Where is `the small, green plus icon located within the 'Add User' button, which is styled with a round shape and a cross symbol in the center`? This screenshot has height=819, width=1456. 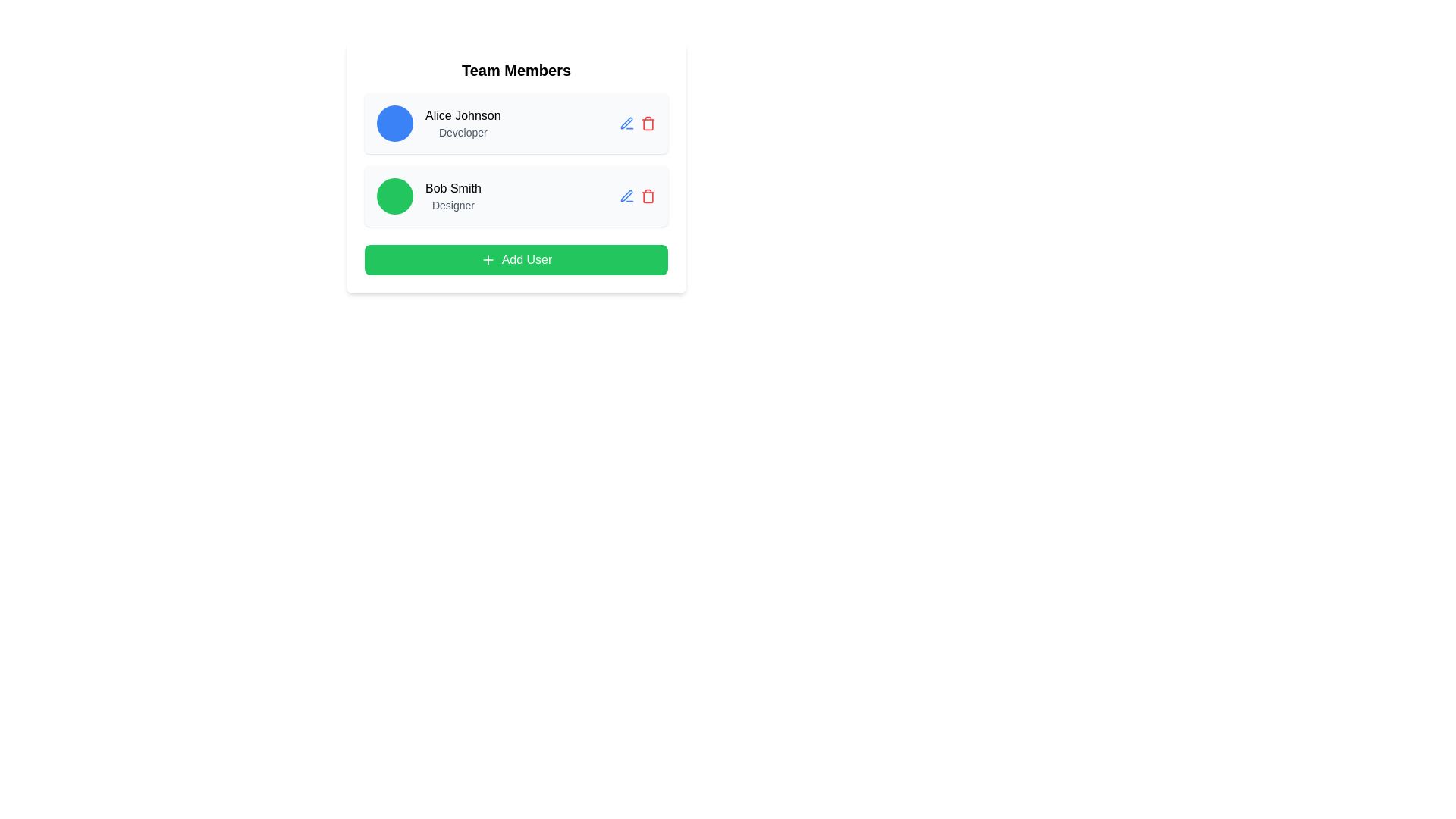 the small, green plus icon located within the 'Add User' button, which is styled with a round shape and a cross symbol in the center is located at coordinates (488, 259).